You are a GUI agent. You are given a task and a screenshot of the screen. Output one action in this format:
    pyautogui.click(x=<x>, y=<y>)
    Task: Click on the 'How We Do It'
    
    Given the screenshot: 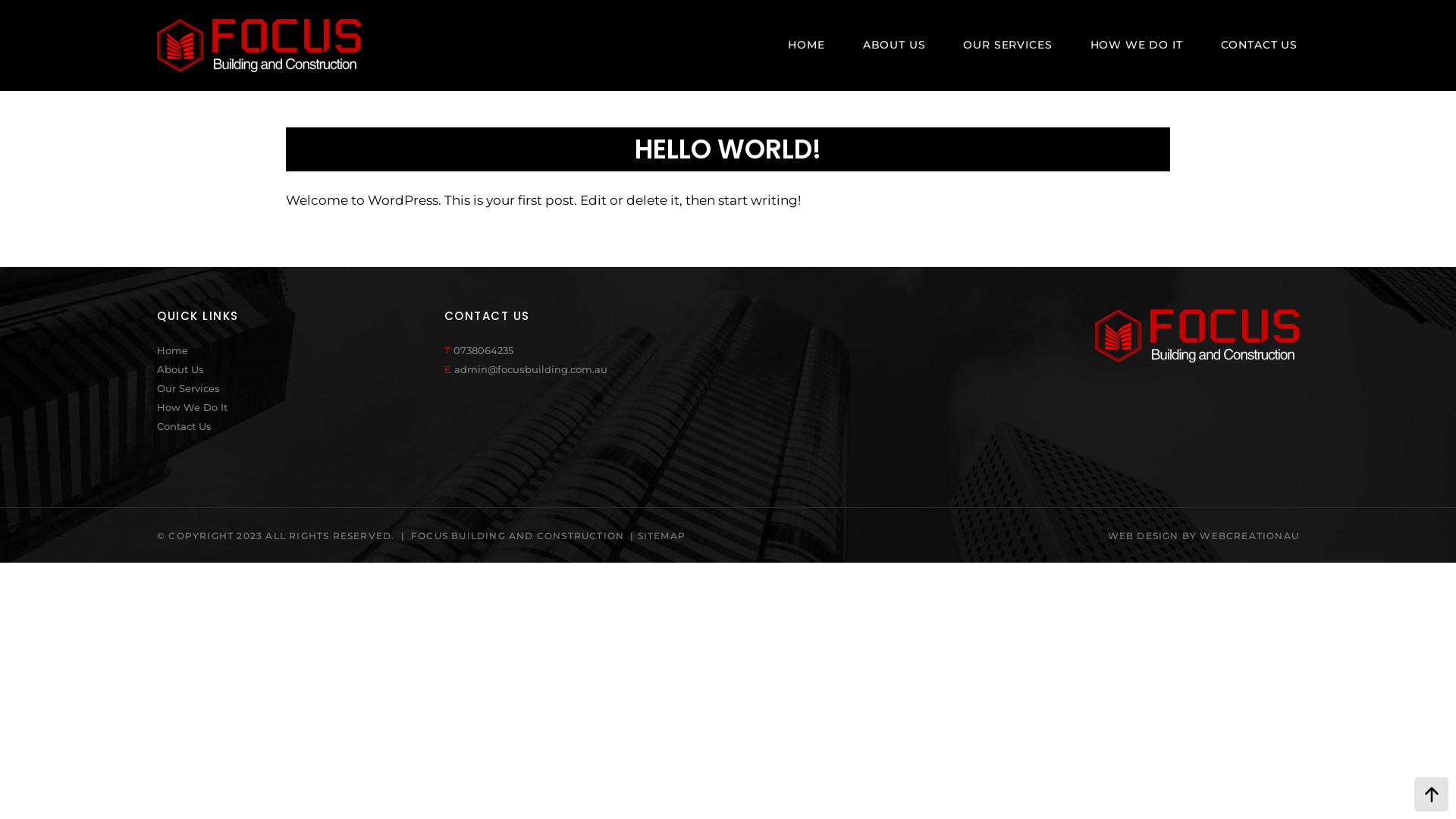 What is the action you would take?
    pyautogui.click(x=156, y=406)
    